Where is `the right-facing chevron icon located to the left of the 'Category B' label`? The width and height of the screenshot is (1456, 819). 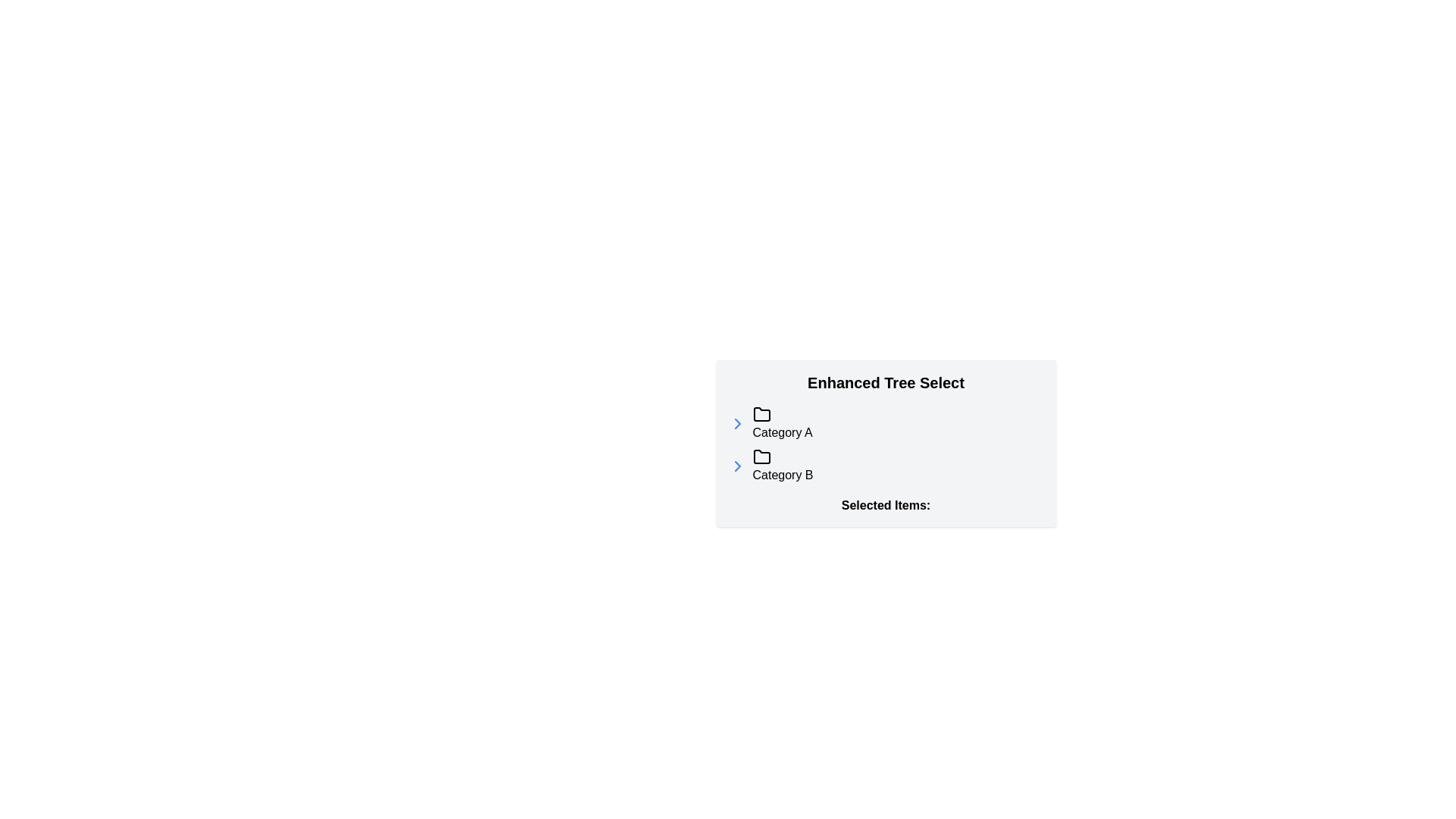
the right-facing chevron icon located to the left of the 'Category B' label is located at coordinates (737, 424).